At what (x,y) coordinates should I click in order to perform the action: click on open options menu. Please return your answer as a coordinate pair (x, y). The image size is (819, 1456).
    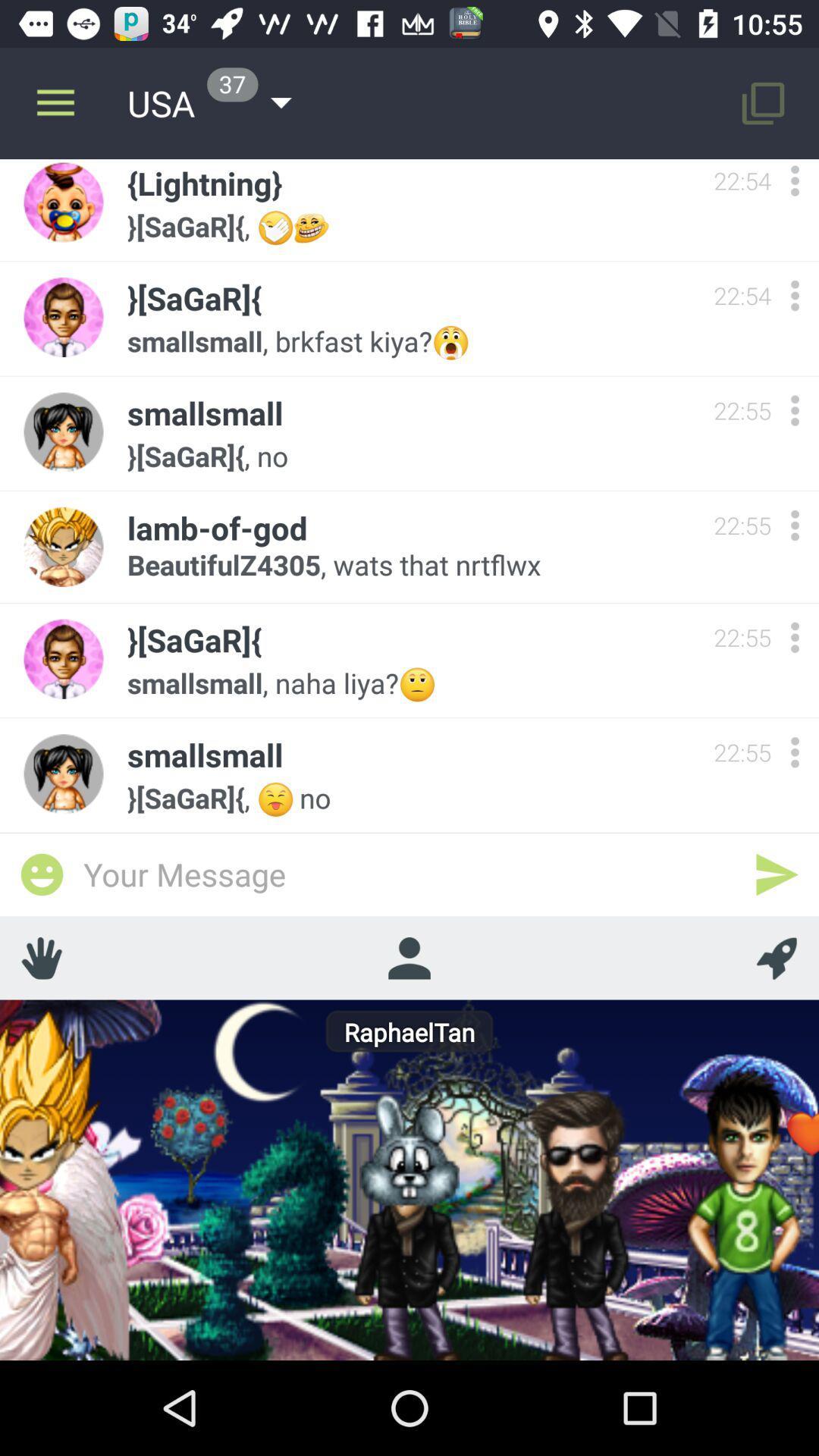
    Looking at the image, I should click on (794, 295).